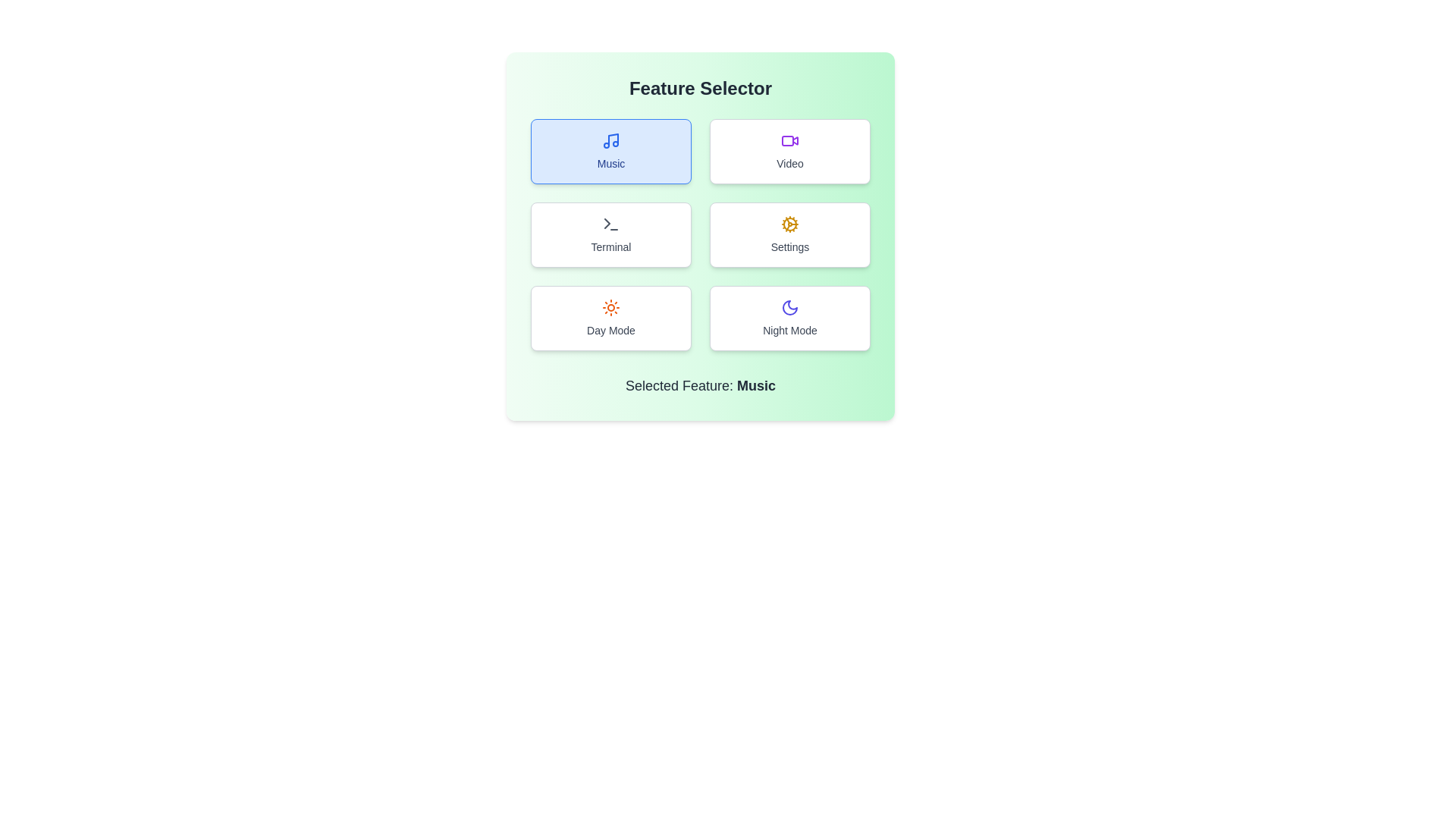  Describe the element at coordinates (756, 385) in the screenshot. I see `the bold text label displaying 'Music', which is part of the sentence 'Selected Feature: Music' located near the bottom of the interface` at that location.